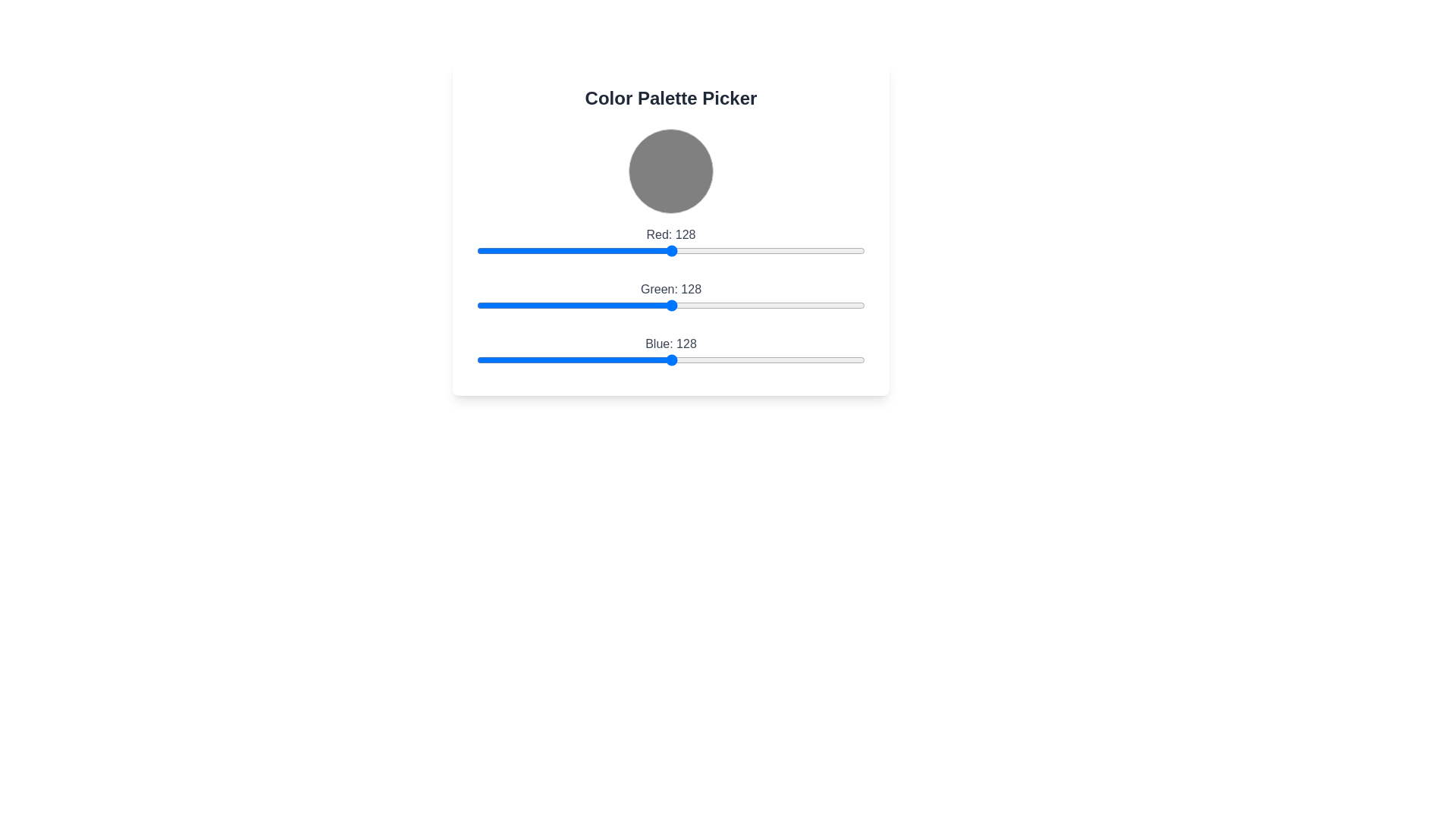  Describe the element at coordinates (670, 359) in the screenshot. I see `the circular handle of the horizontal slider located in the section labeled 'Blue: 128'` at that location.